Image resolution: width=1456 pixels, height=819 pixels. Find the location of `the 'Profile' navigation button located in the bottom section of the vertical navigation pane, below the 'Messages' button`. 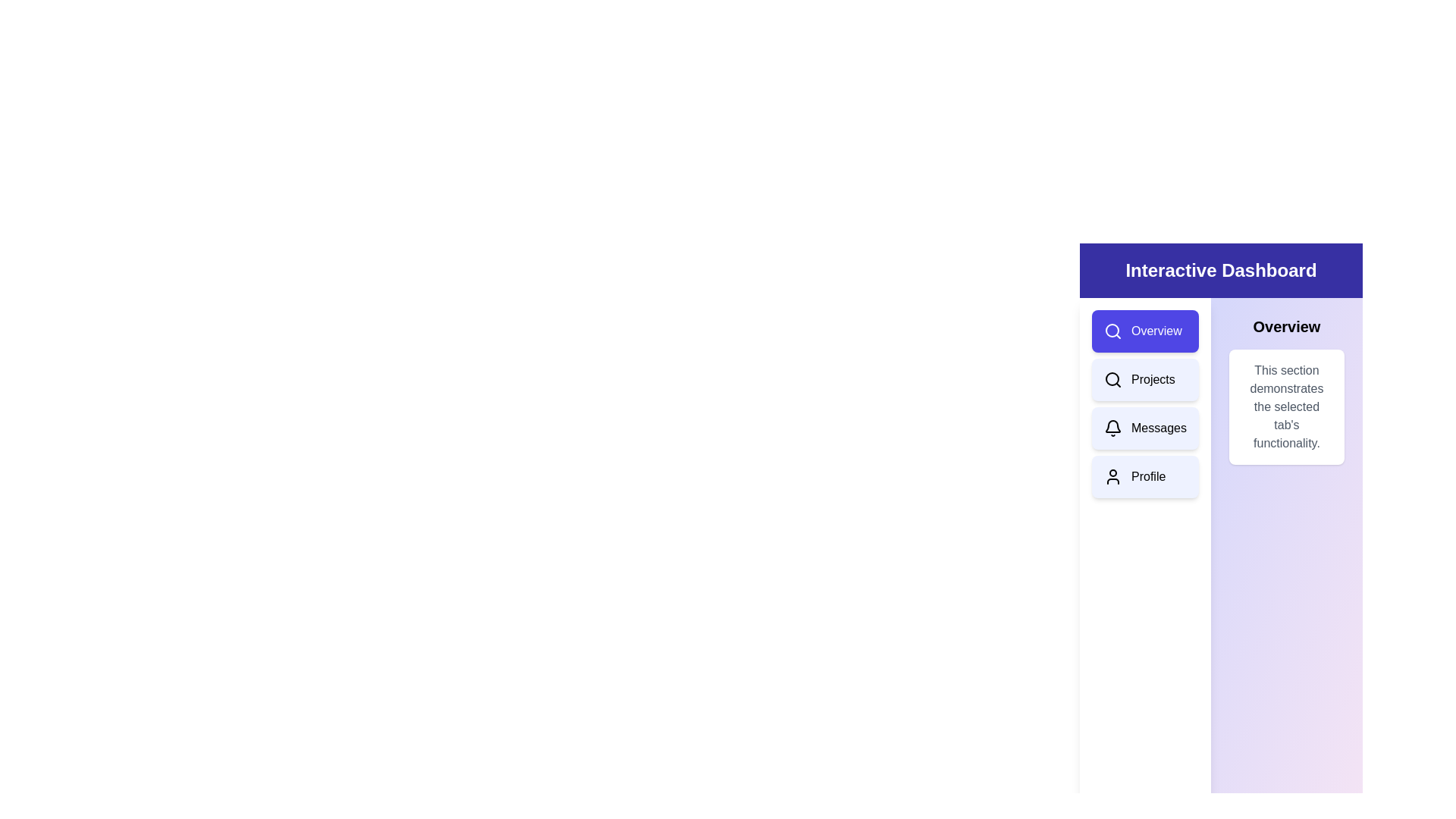

the 'Profile' navigation button located in the bottom section of the vertical navigation pane, below the 'Messages' button is located at coordinates (1148, 475).